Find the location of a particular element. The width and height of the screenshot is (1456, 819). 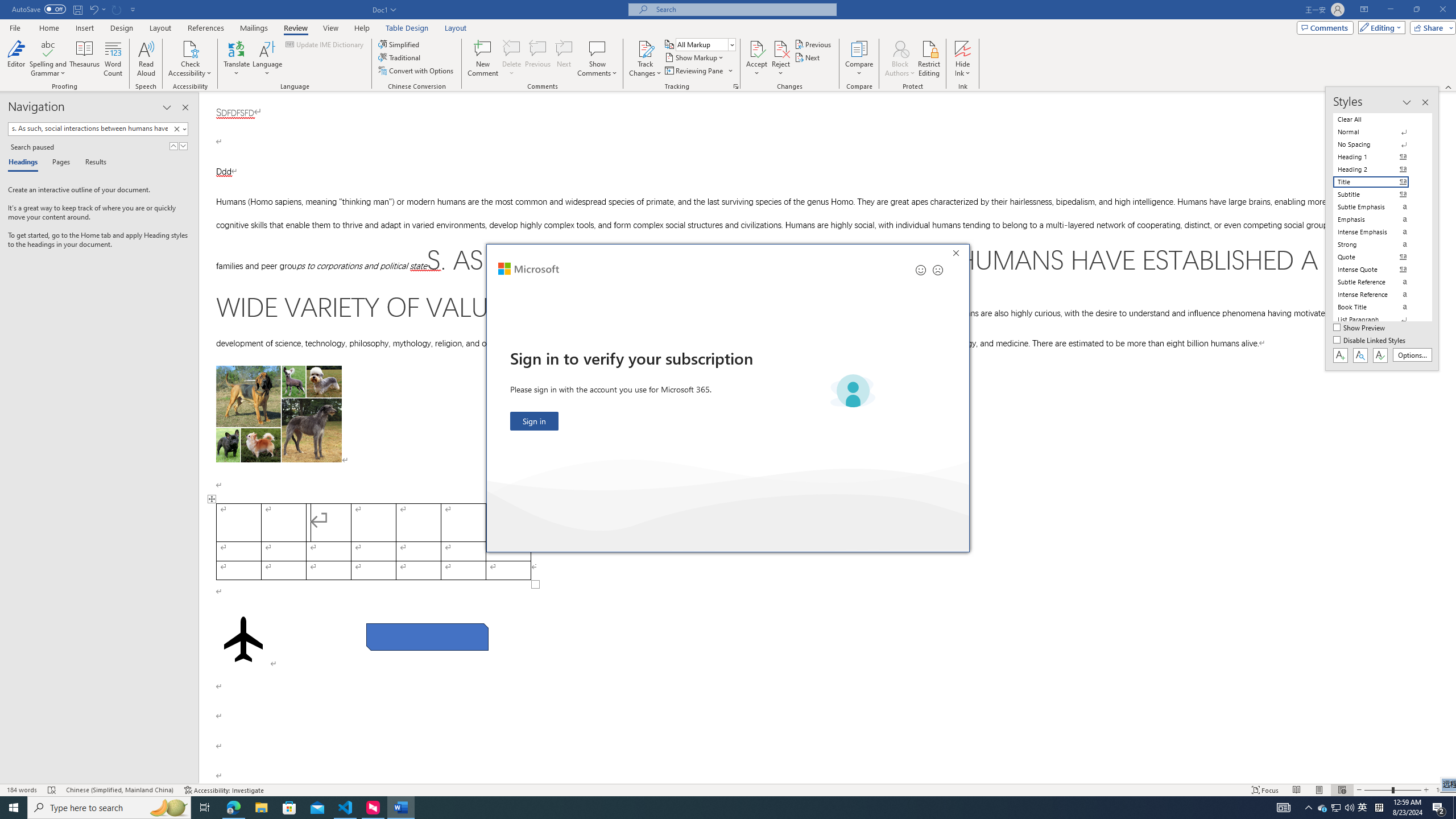

'Check Accessibility' is located at coordinates (190, 59).